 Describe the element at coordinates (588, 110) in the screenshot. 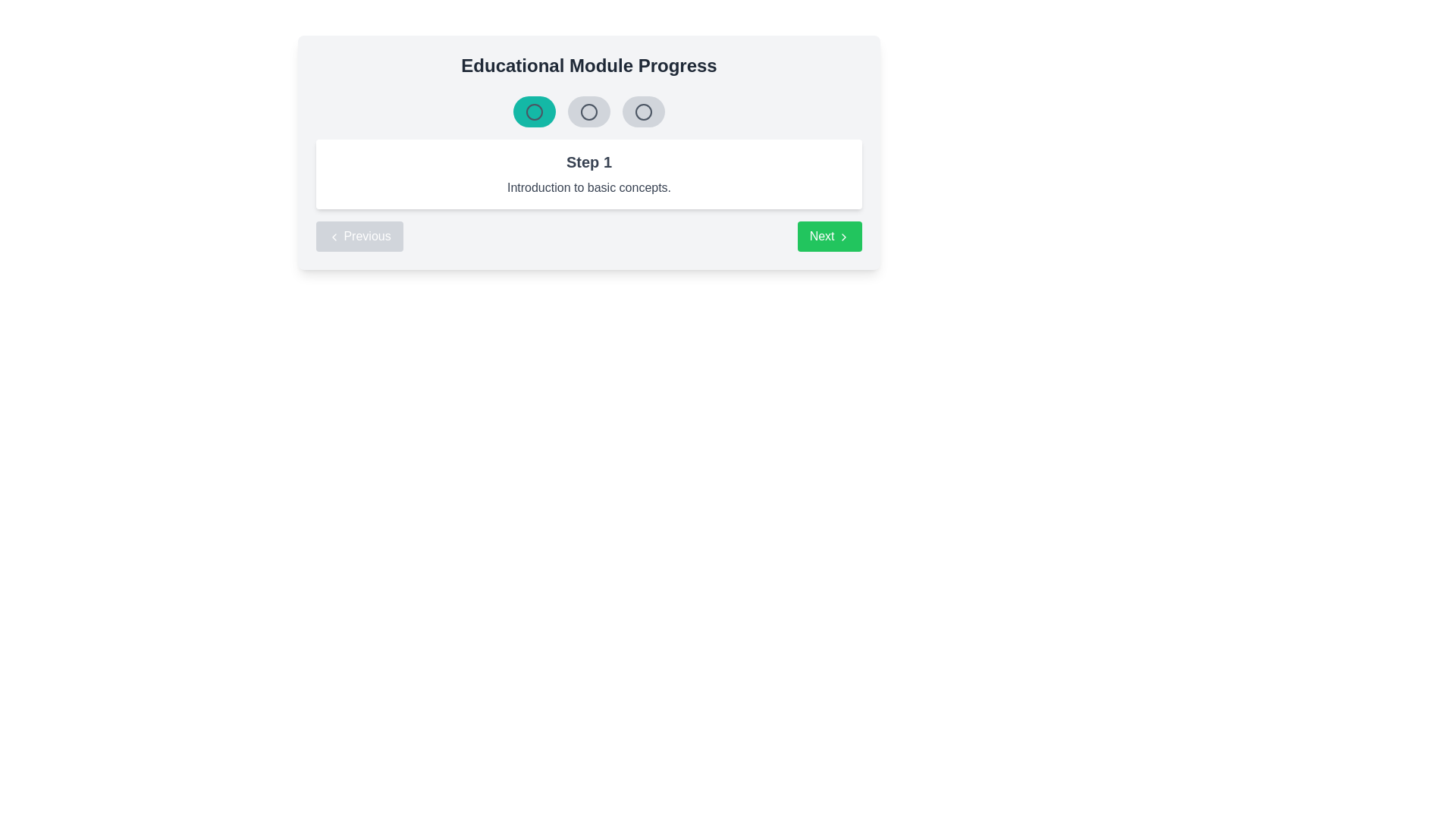

I see `the second circular progress indicator icon in the 'Educational Module Progress' section to indicate the current or specific step` at that location.